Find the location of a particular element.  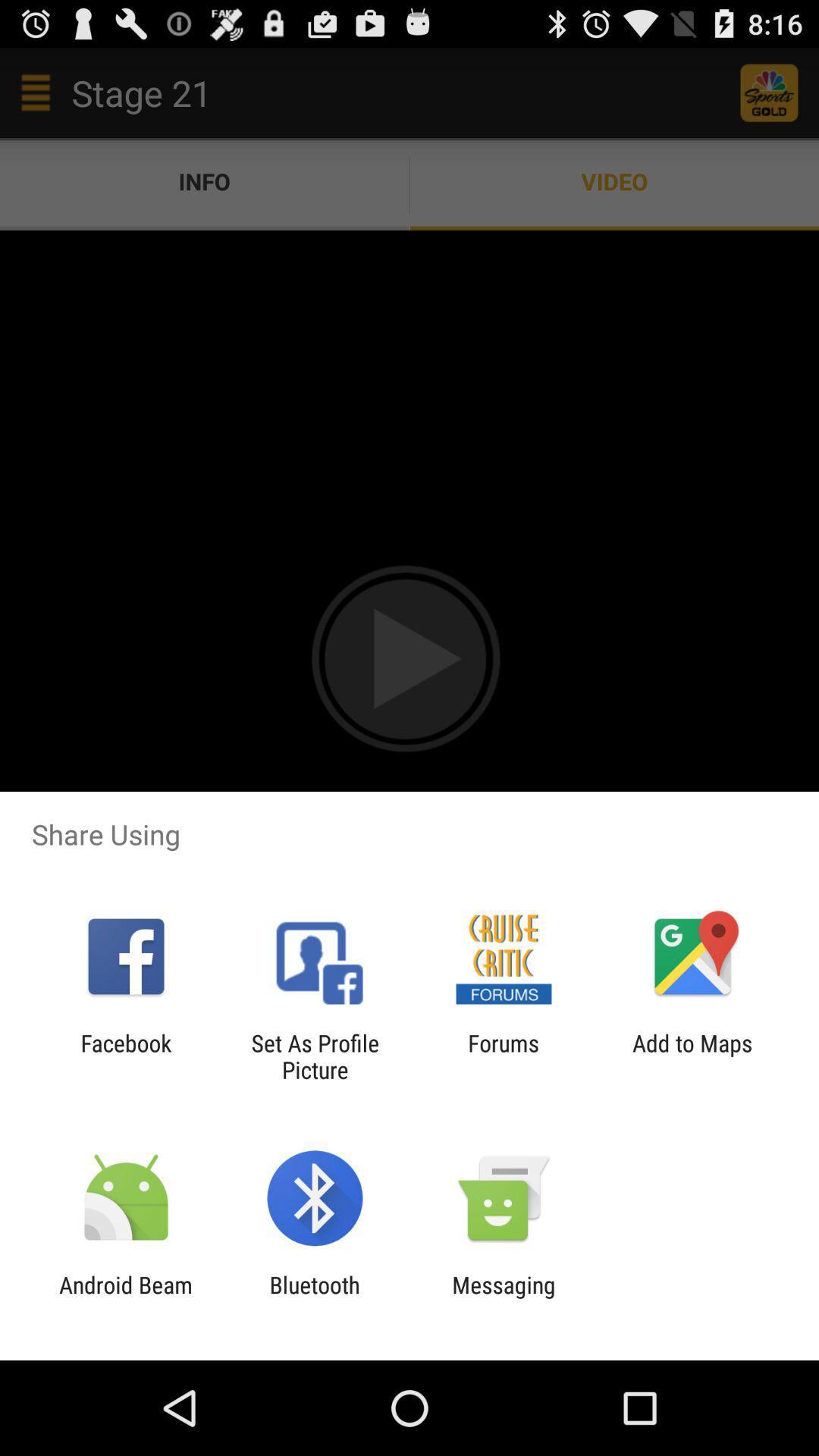

icon to the right of the set as profile item is located at coordinates (504, 1056).